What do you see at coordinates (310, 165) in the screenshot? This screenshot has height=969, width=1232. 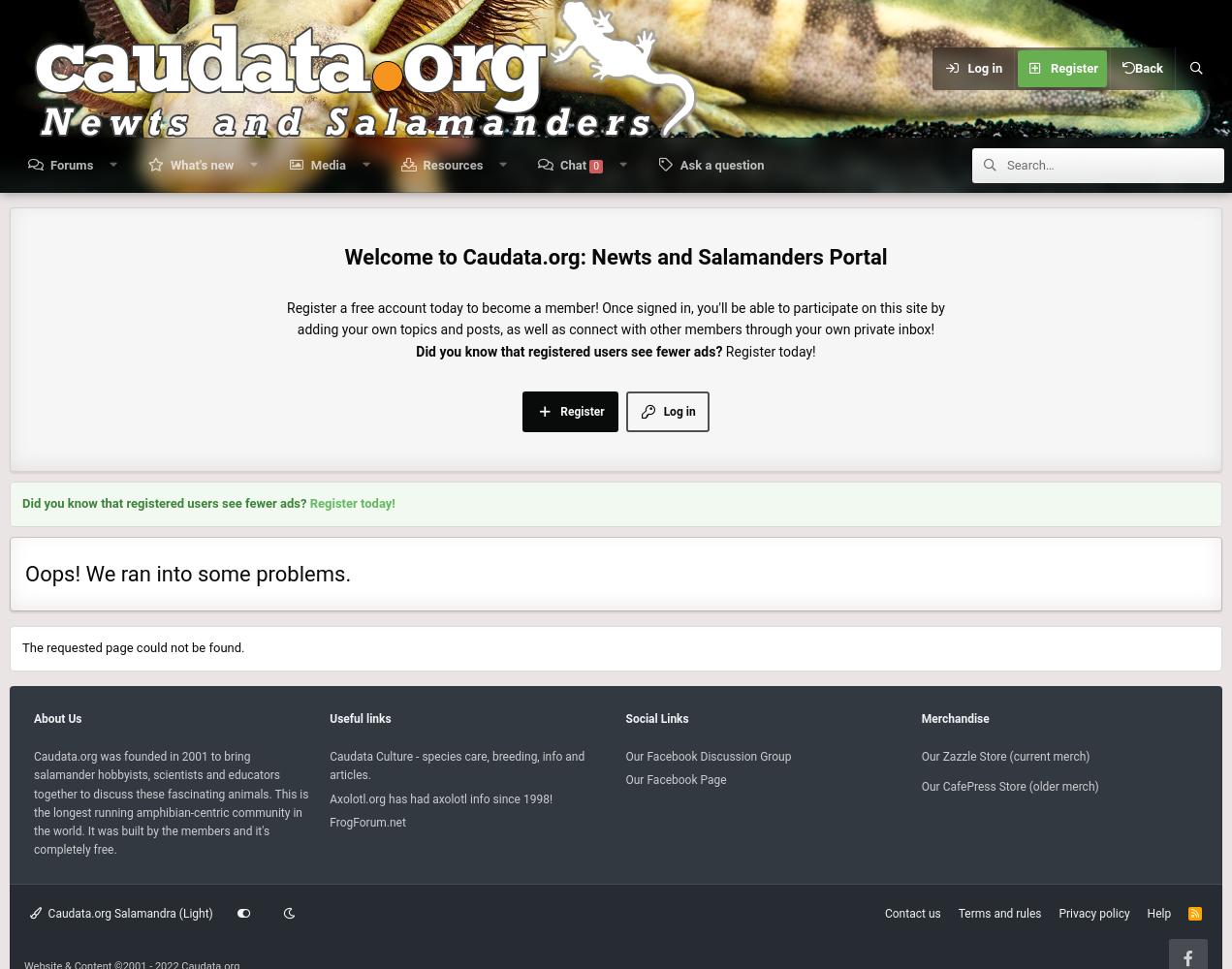 I see `'Media'` at bounding box center [310, 165].